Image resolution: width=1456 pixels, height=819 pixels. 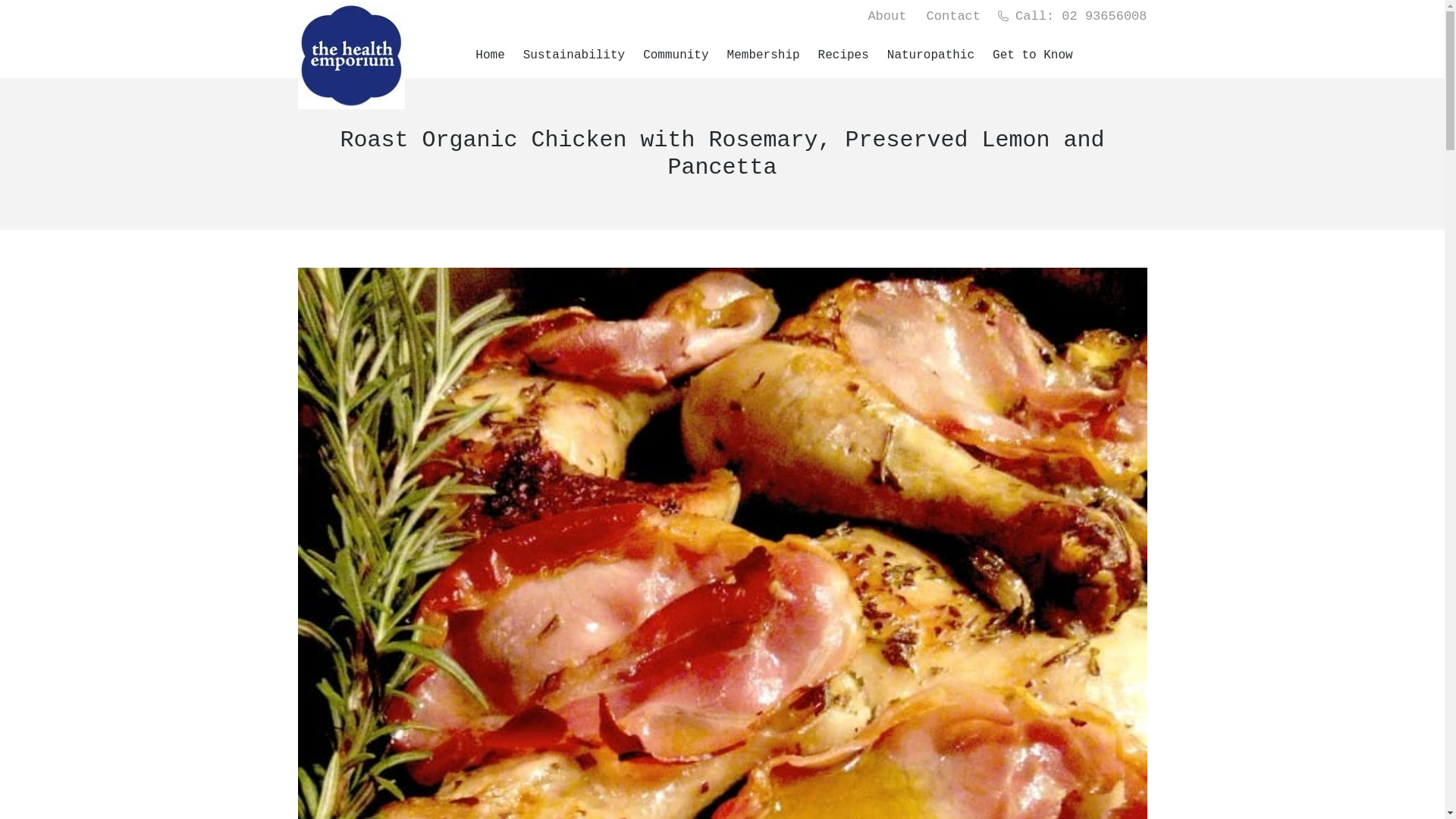 I want to click on 'Post Comment', so click(x=0, y=16).